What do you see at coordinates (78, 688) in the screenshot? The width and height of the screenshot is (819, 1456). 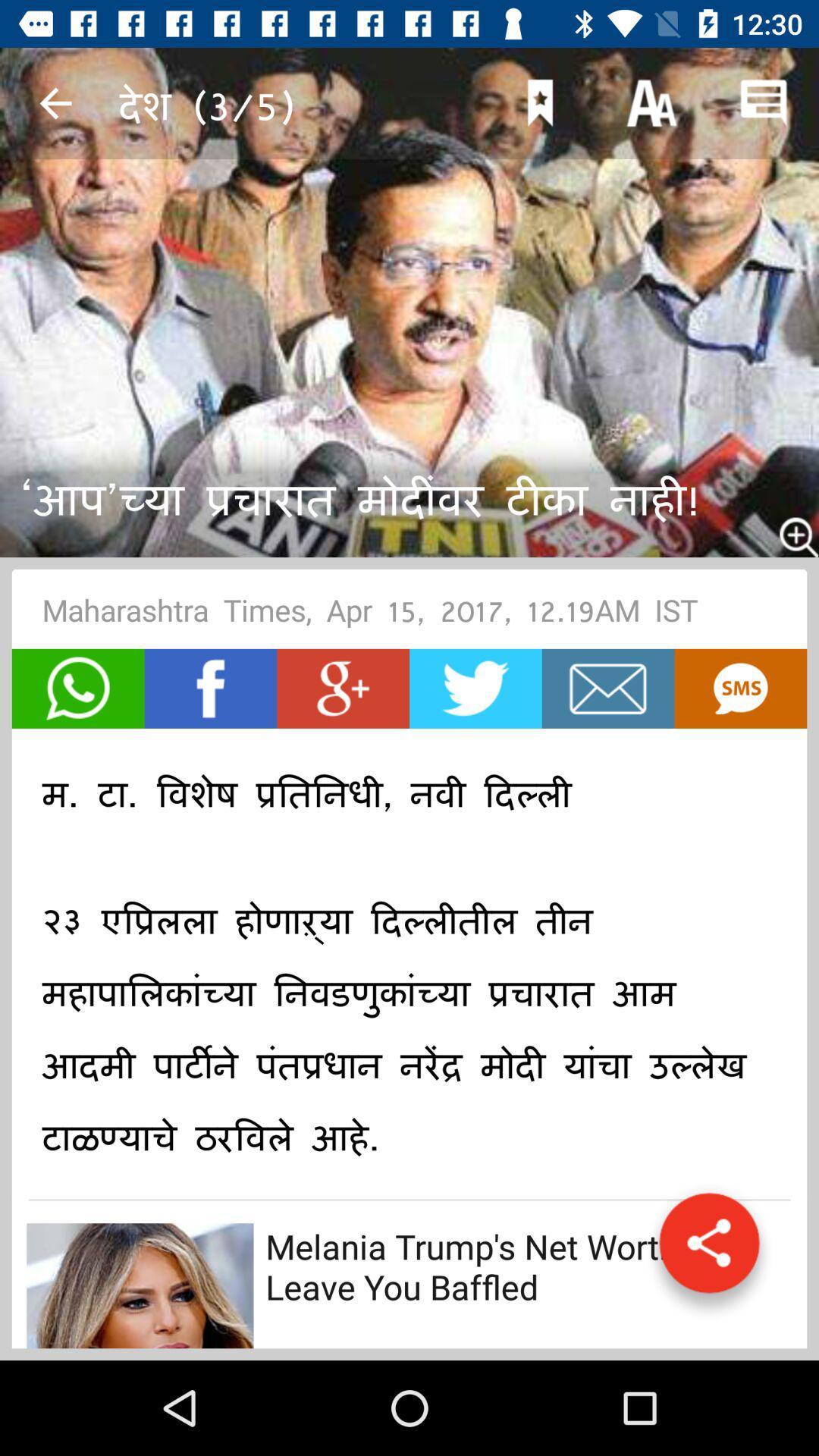 I see `share the article` at bounding box center [78, 688].